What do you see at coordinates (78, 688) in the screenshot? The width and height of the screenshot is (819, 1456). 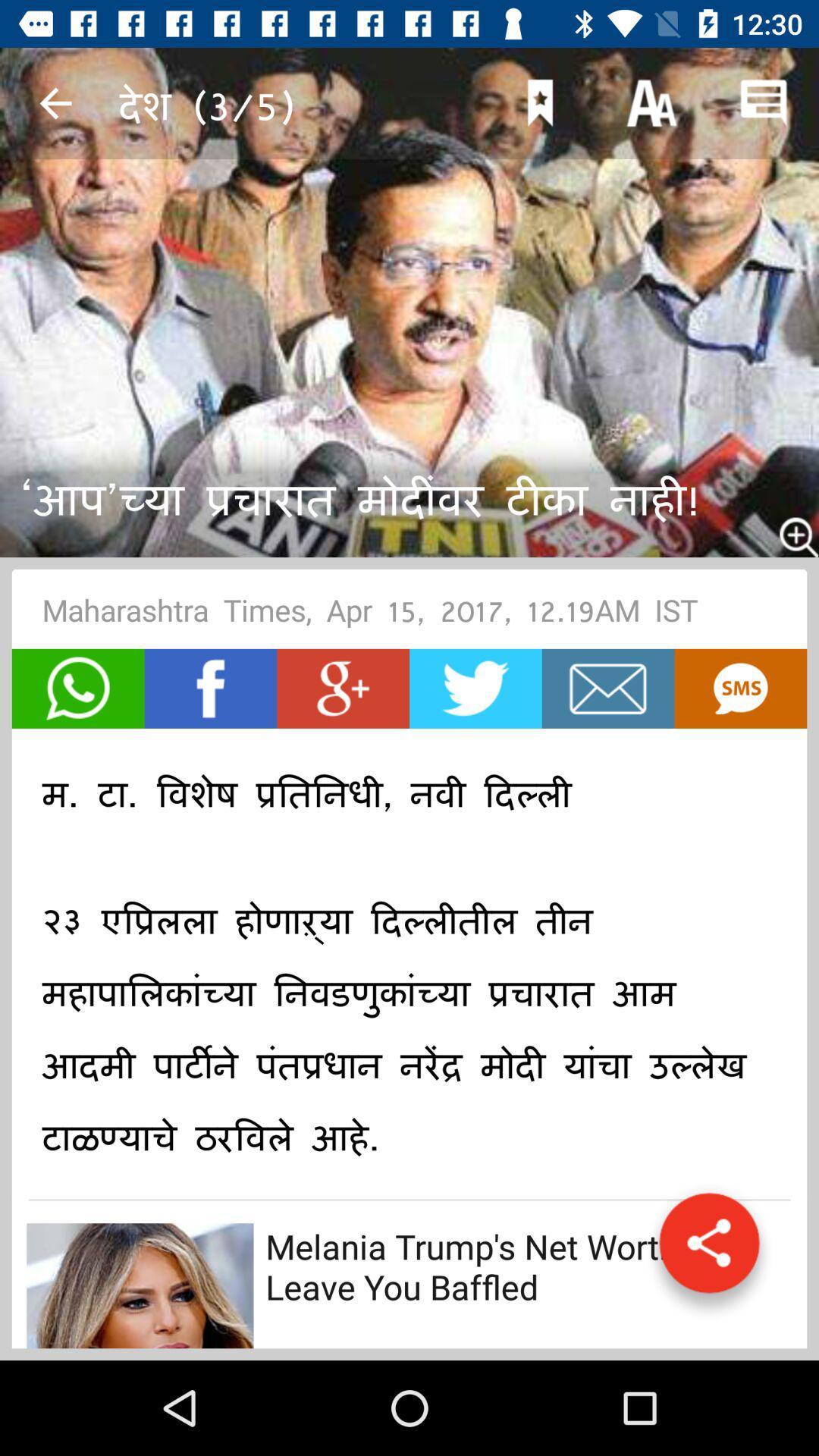 I see `share the article` at bounding box center [78, 688].